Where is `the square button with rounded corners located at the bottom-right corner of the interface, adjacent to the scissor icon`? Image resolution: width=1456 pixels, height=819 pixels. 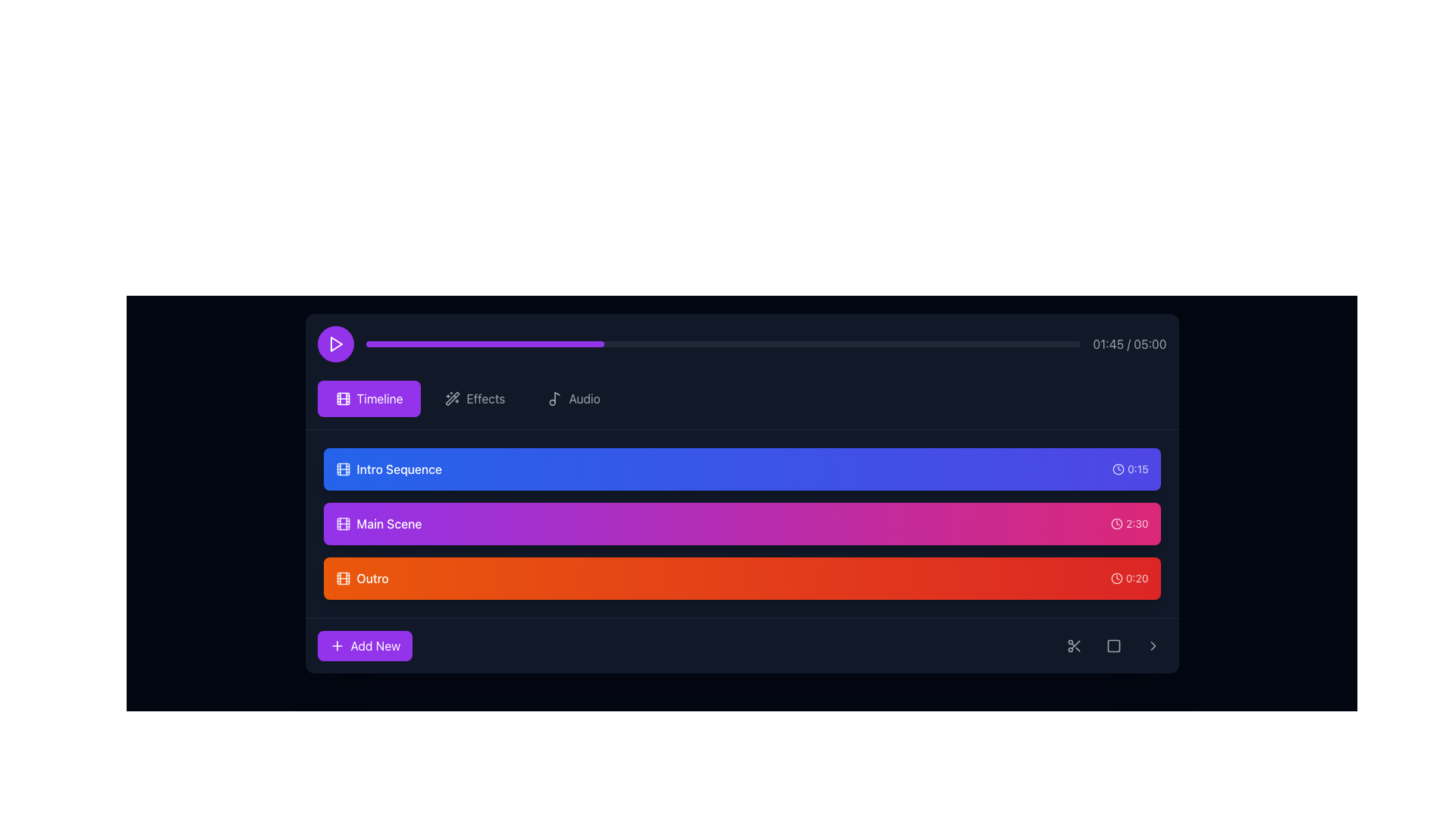
the square button with rounded corners located at the bottom-right corner of the interface, adjacent to the scissor icon is located at coordinates (1113, 646).